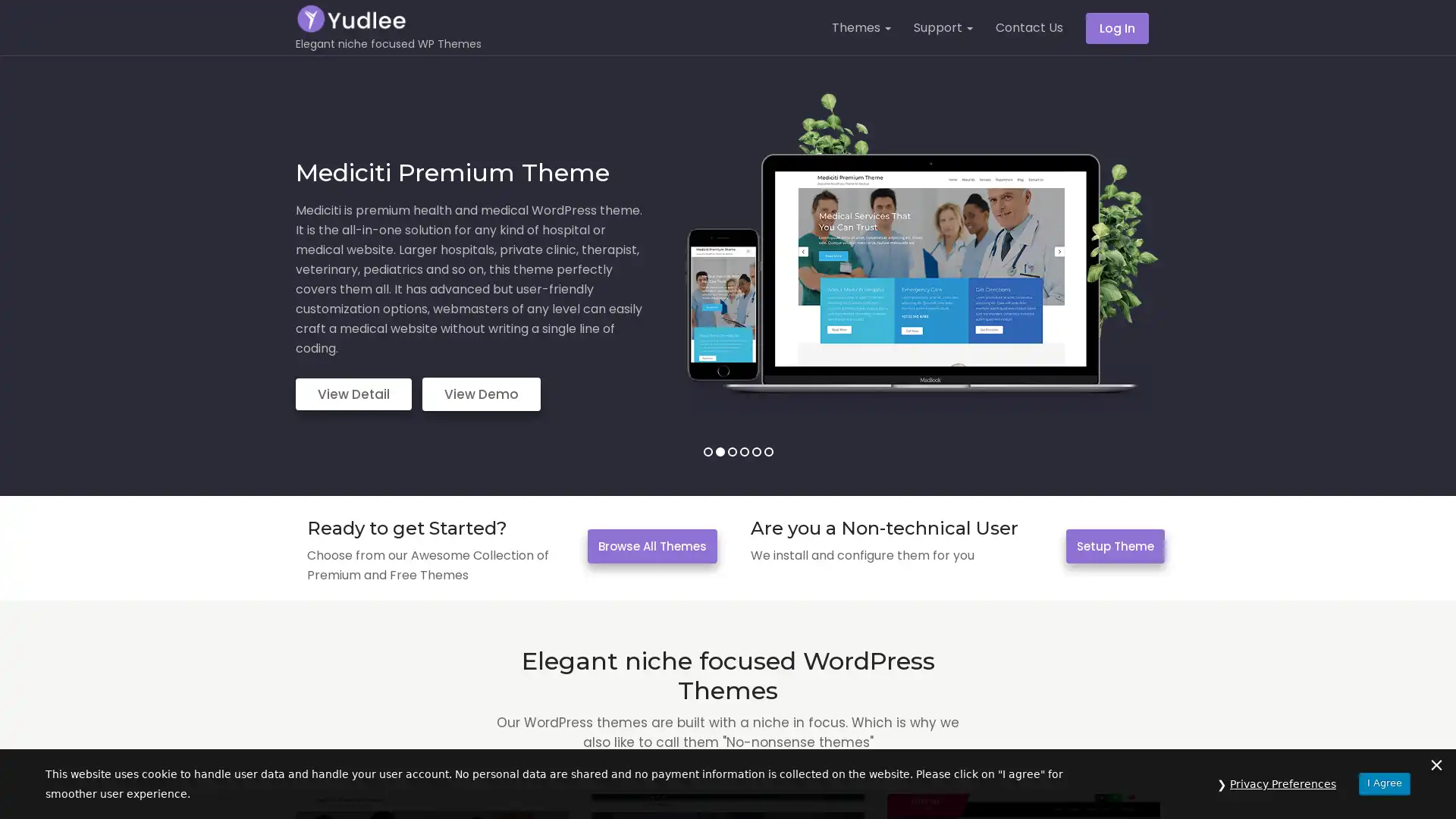 The height and width of the screenshot is (819, 1456). Describe the element at coordinates (767, 451) in the screenshot. I see `6` at that location.